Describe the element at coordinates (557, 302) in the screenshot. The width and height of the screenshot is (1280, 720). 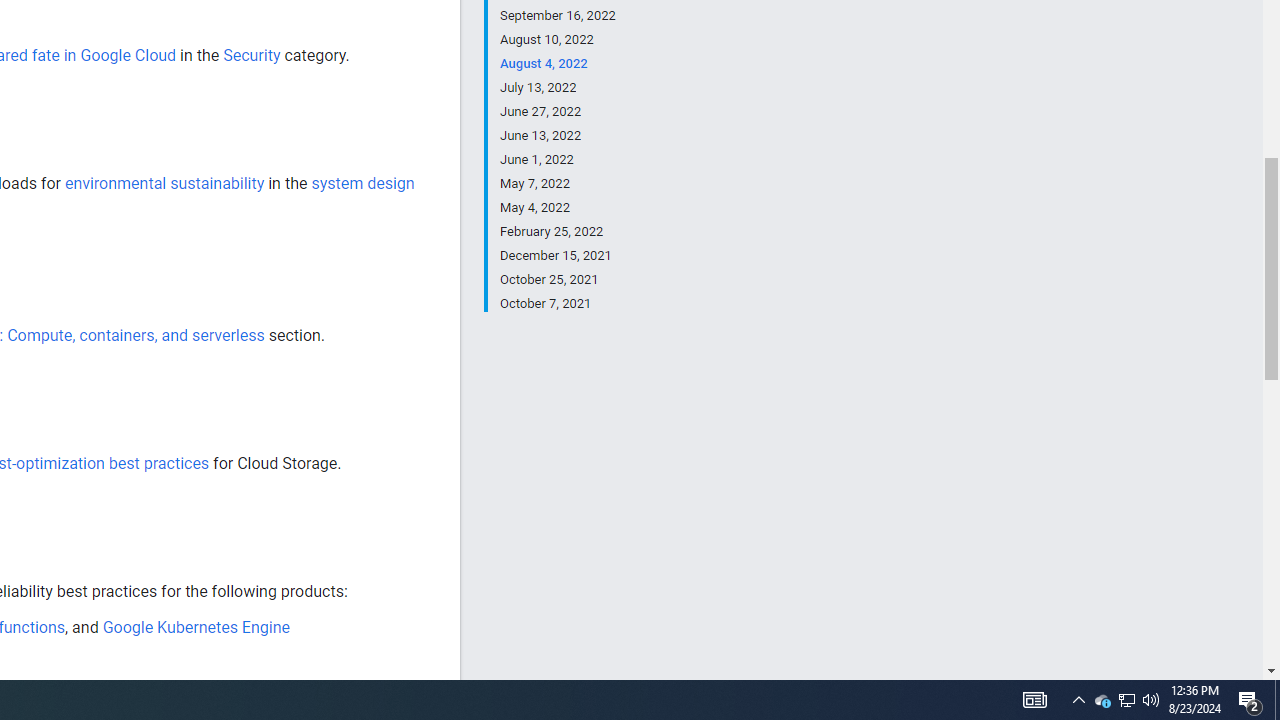
I see `'October 7, 2021'` at that location.